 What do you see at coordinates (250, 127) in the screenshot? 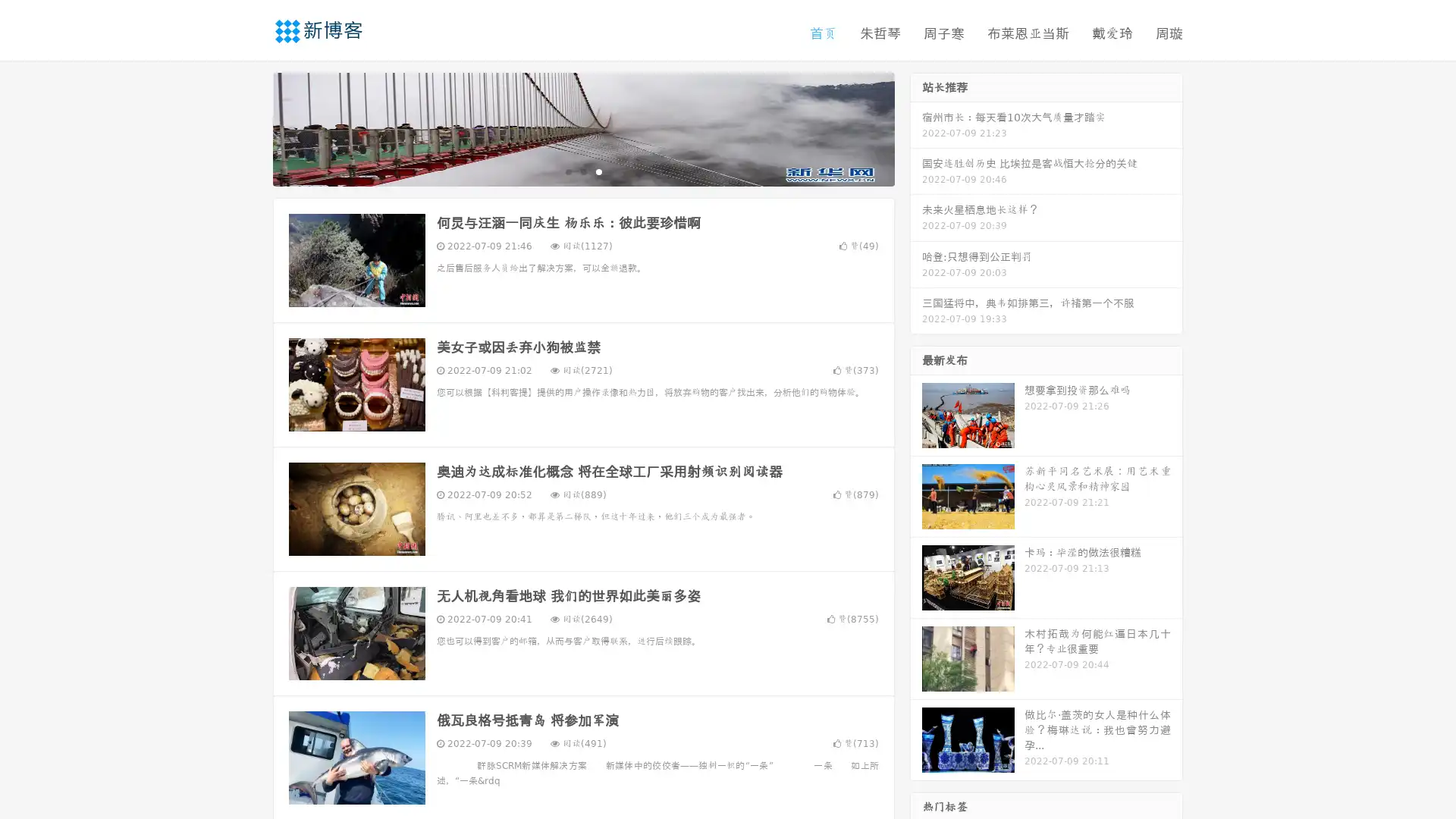
I see `Previous slide` at bounding box center [250, 127].